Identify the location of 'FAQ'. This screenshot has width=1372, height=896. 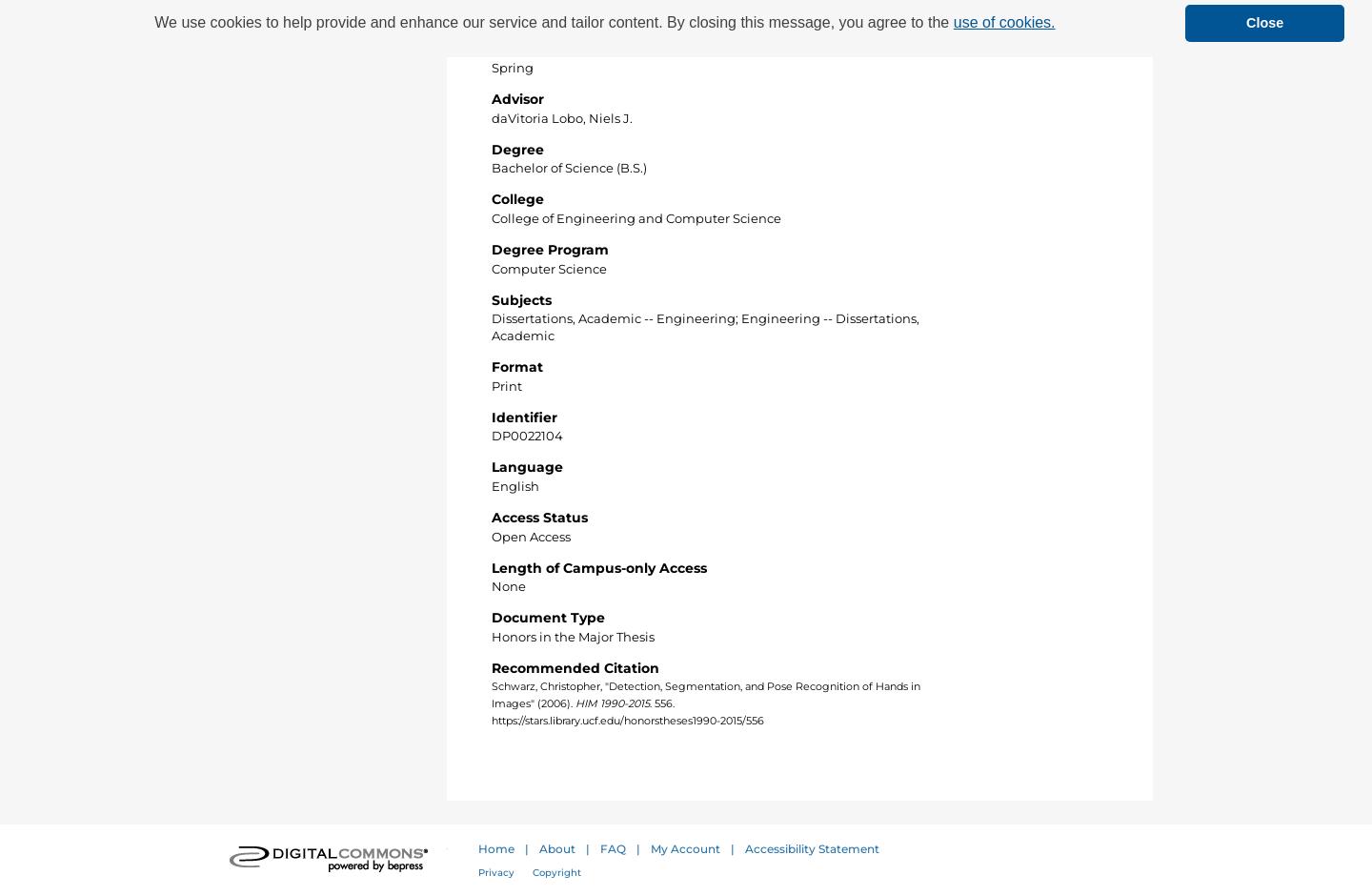
(612, 847).